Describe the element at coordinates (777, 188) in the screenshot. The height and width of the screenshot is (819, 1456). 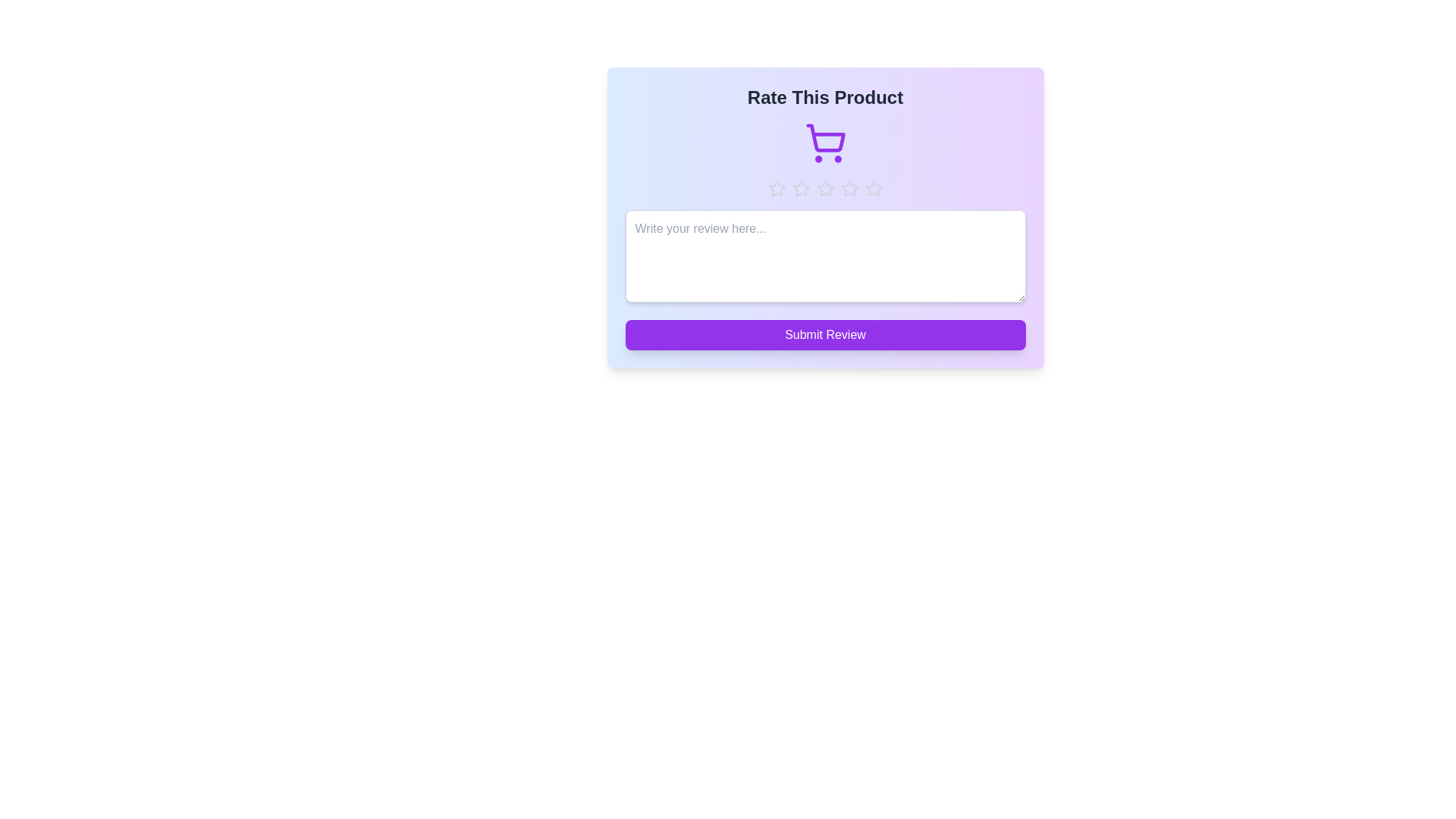
I see `the star representing 1 stars to preview the rating` at that location.